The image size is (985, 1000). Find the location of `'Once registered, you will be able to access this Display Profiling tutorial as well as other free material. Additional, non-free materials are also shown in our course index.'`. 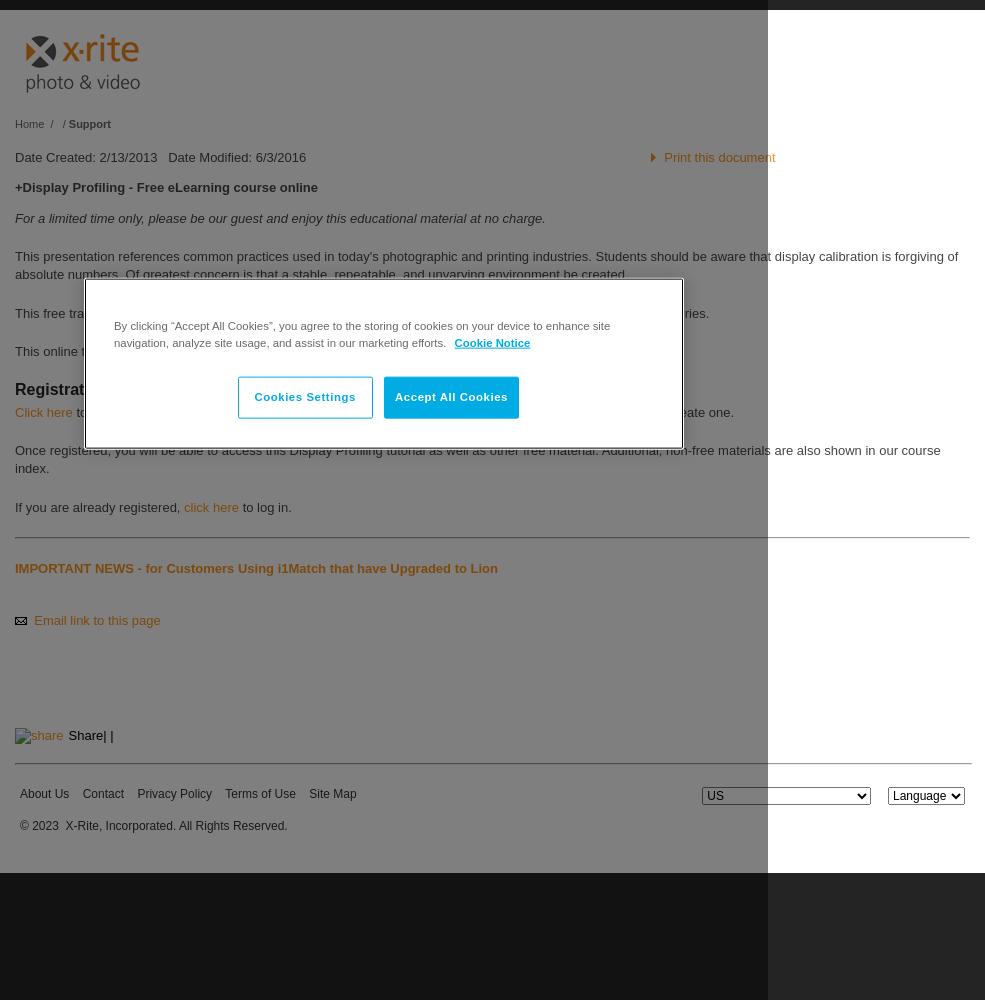

'Once registered, you will be able to access this Display Profiling tutorial as well as other free material. Additional, non-free materials are also shown in our course index.' is located at coordinates (476, 458).